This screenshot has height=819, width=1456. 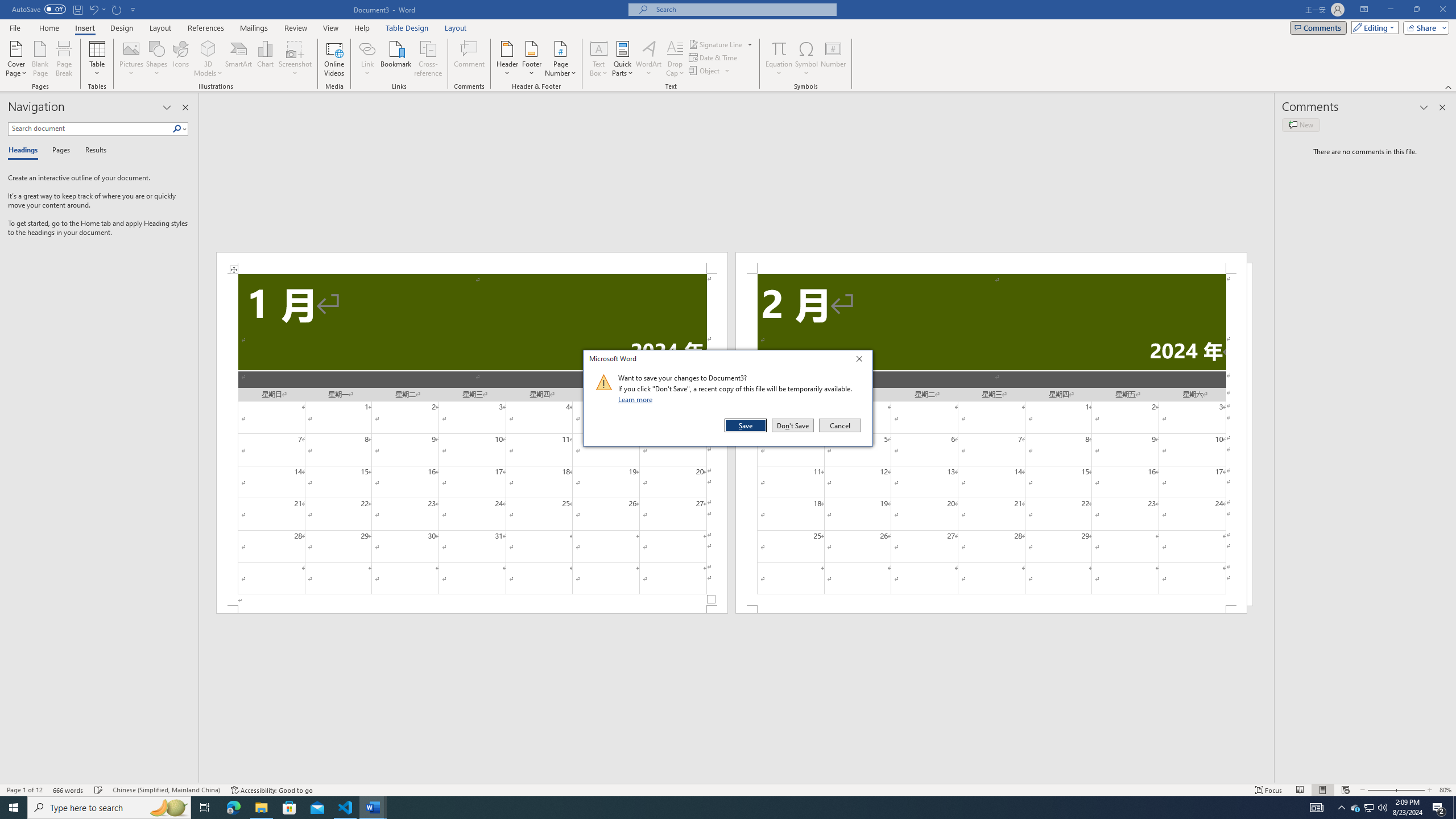 I want to click on 'Search', so click(x=177, y=128).